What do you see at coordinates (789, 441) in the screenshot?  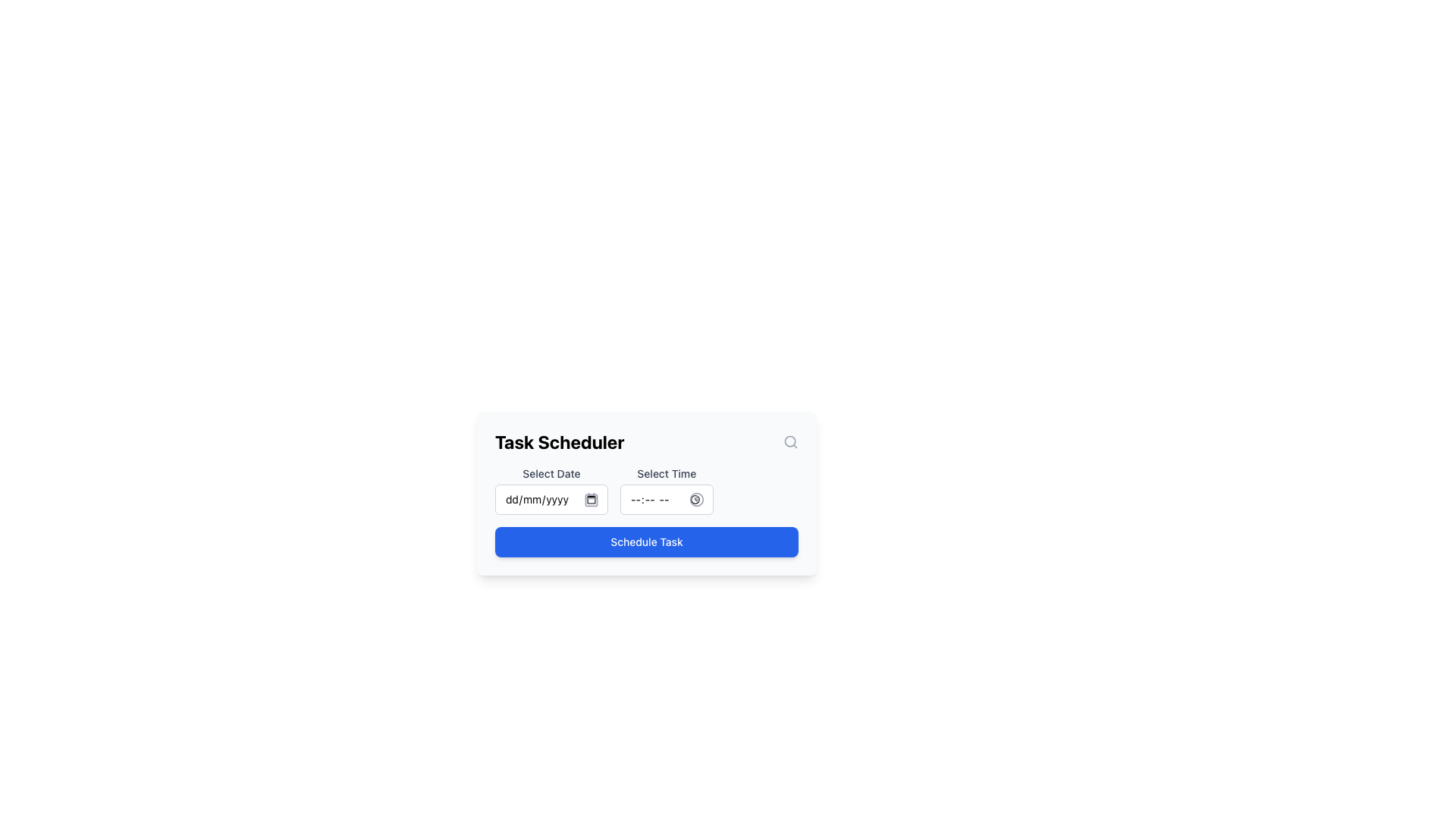 I see `the circular part of the magnifying glass icon located in the top-right corner of the 'Task Scheduler' dialog` at bounding box center [789, 441].